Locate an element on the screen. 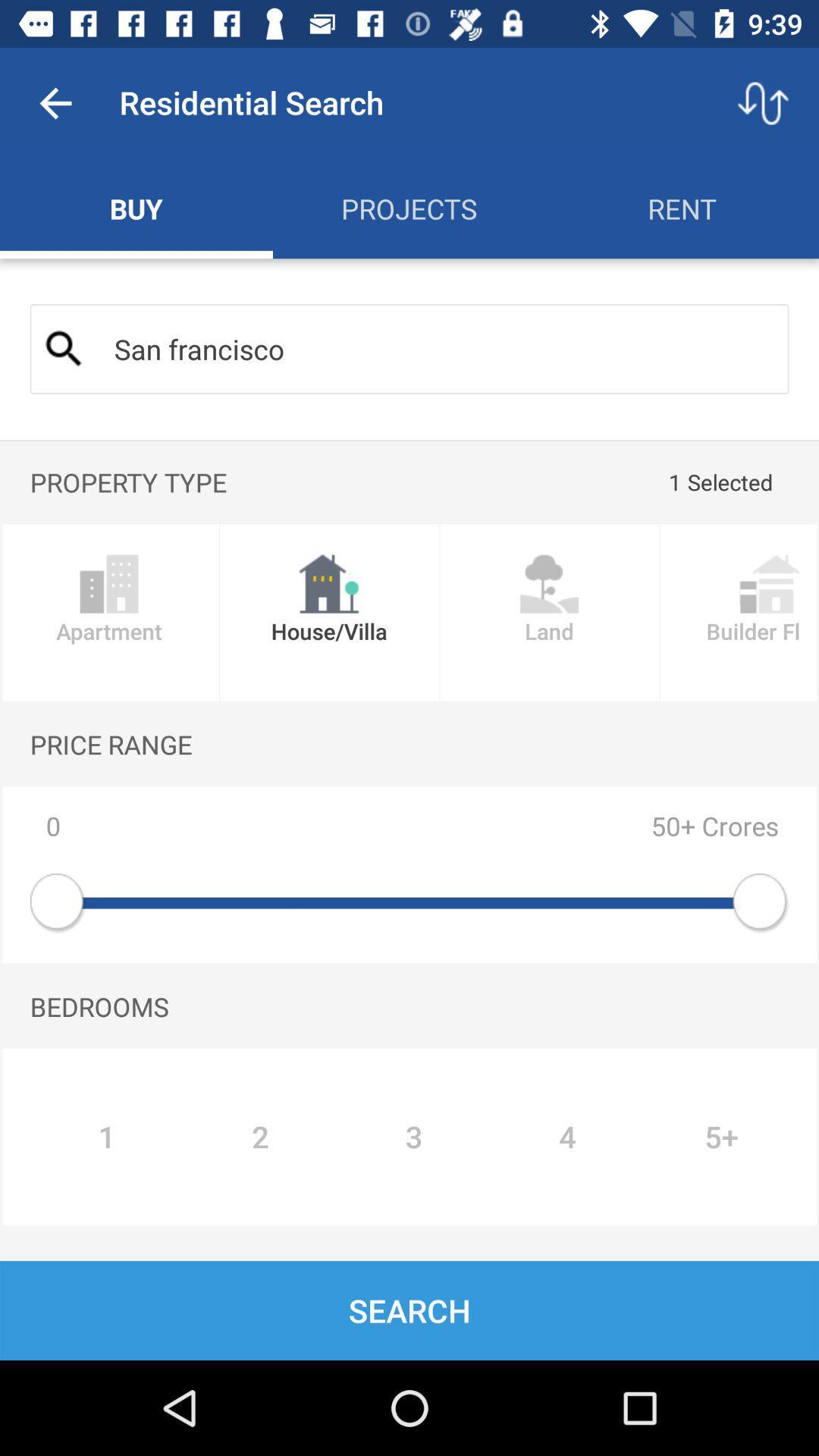  the numeric three which is above search option is located at coordinates (414, 1137).